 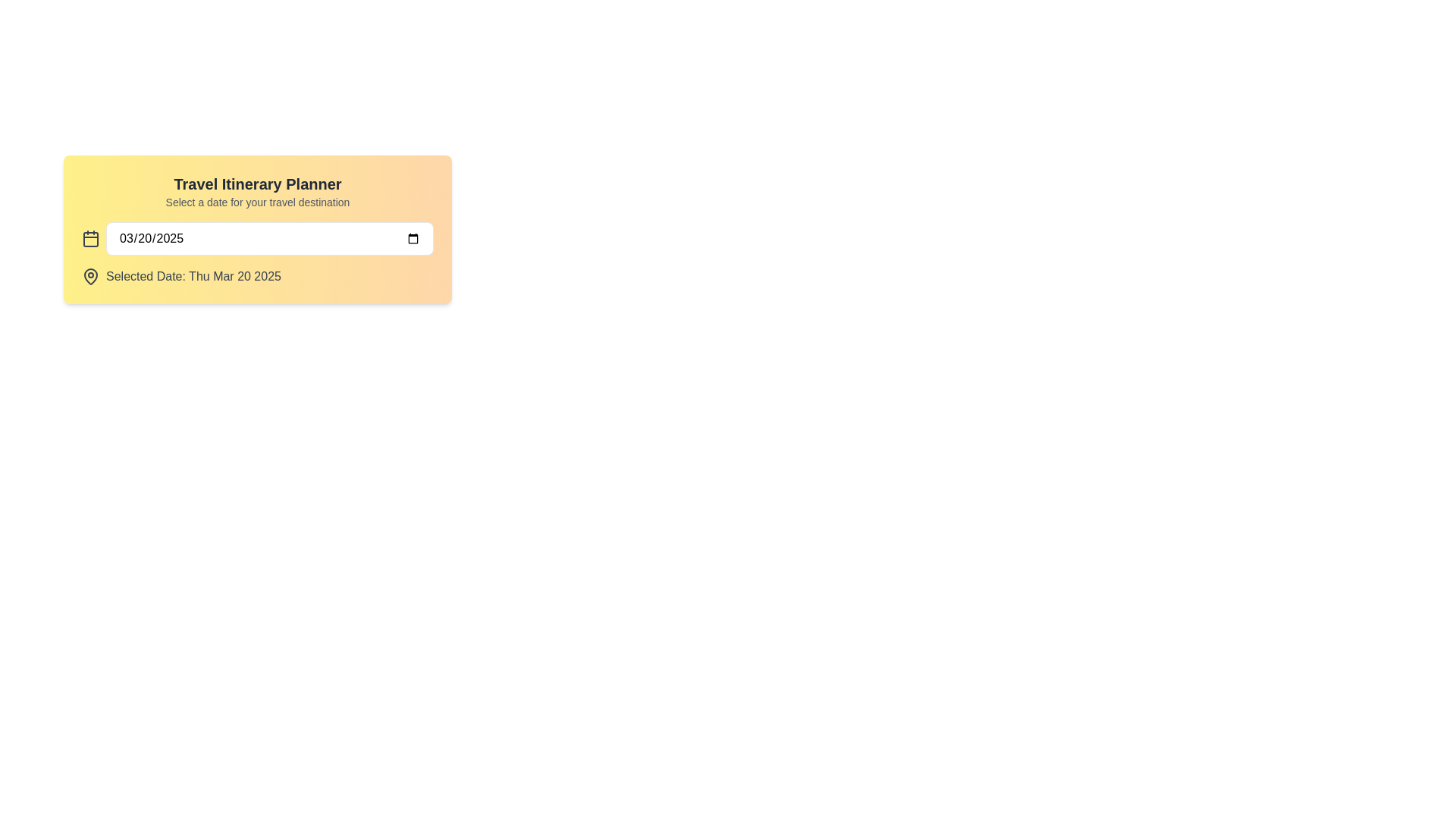 I want to click on the calendar icon, which is a compact square-shaped icon with rounded corners, filled in a yellowish shade, located to the left of the date input field, so click(x=90, y=239).